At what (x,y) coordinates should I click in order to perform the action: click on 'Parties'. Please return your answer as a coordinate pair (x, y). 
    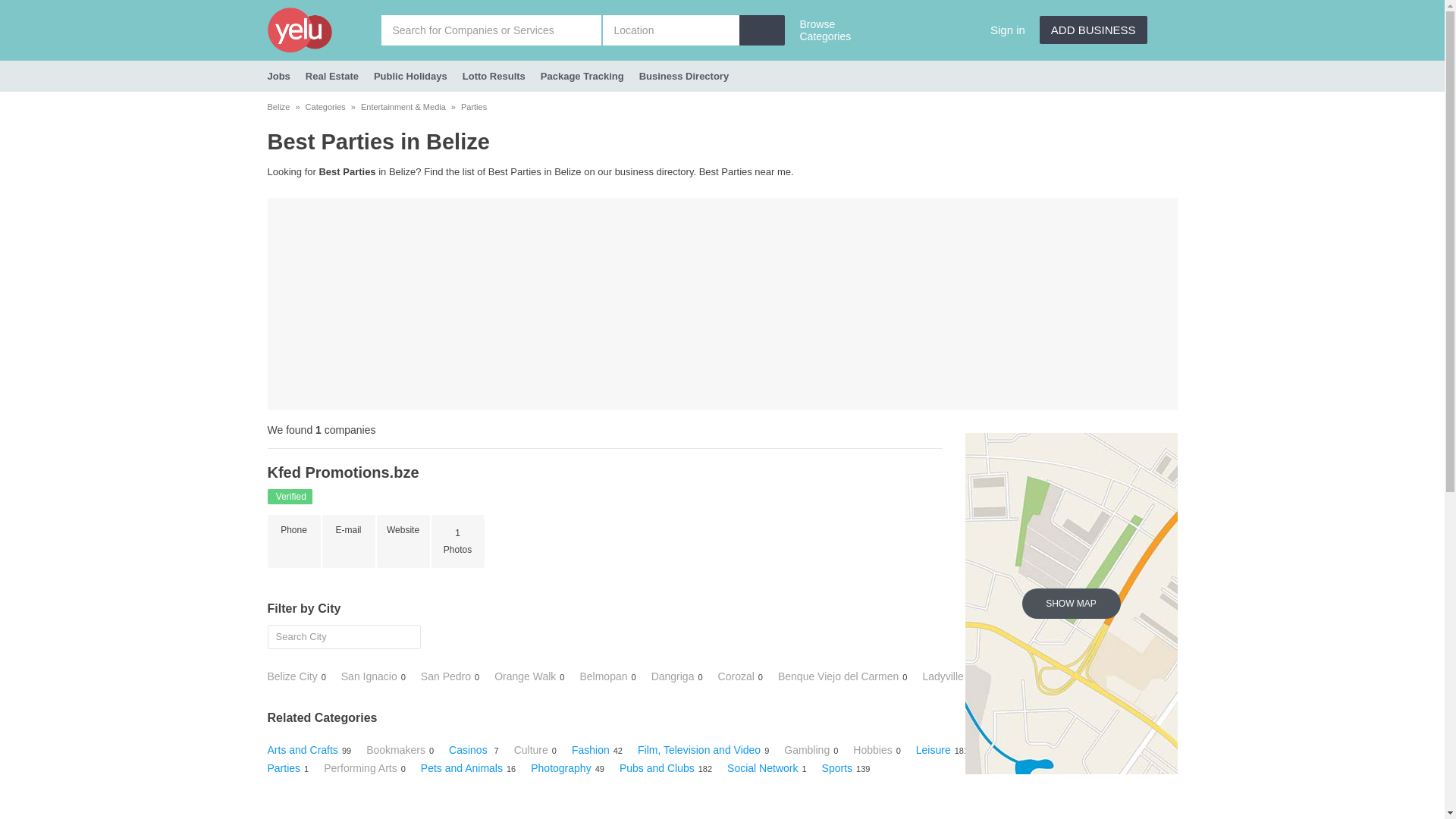
    Looking at the image, I should click on (284, 768).